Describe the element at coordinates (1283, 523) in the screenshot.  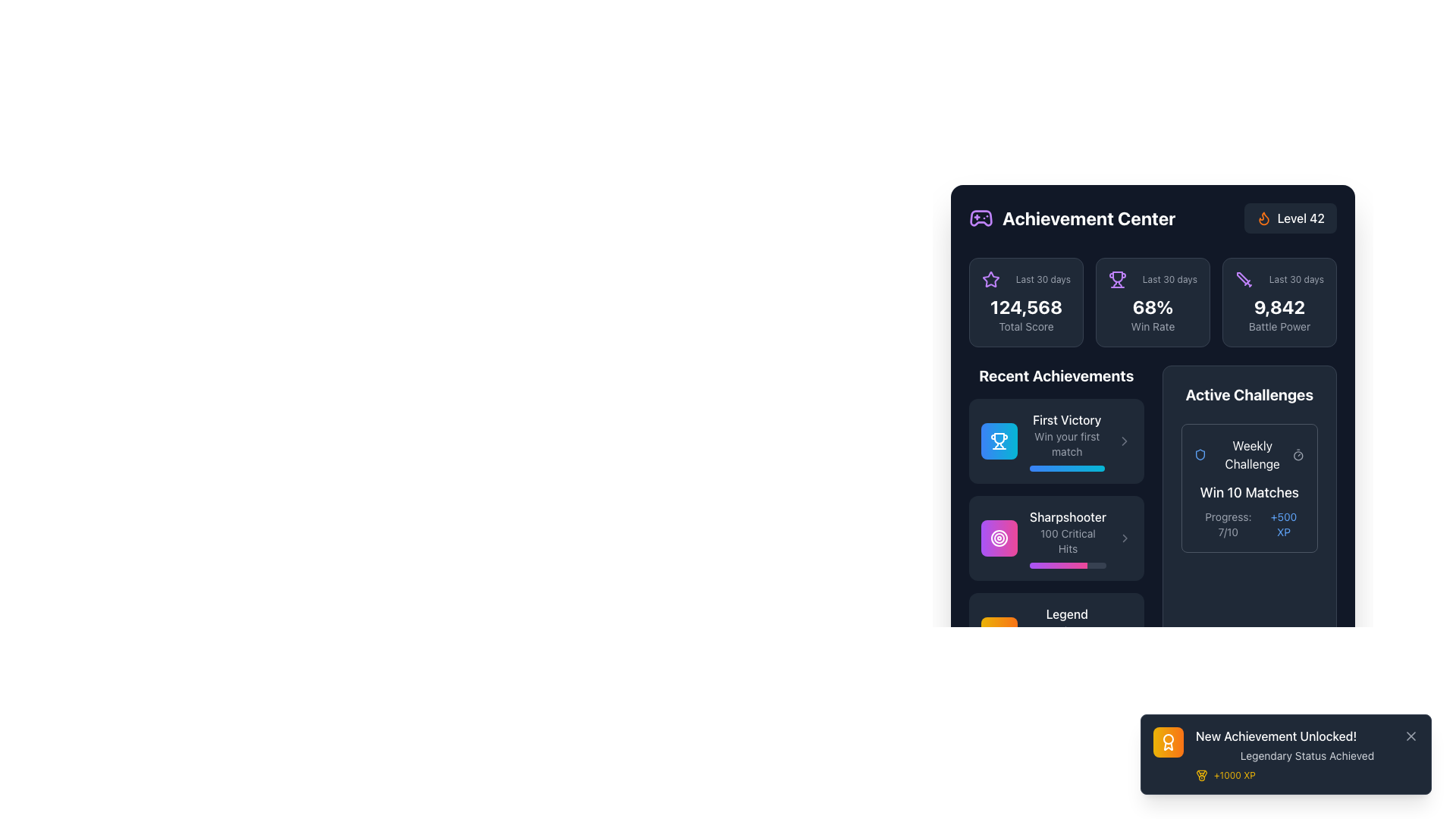
I see `the text element indicating 500 experience points (XP) in the 'Active Challenges' panel, located next to the 'Progress: 7/10' label under the 'Win 10 Matches' challenge` at that location.